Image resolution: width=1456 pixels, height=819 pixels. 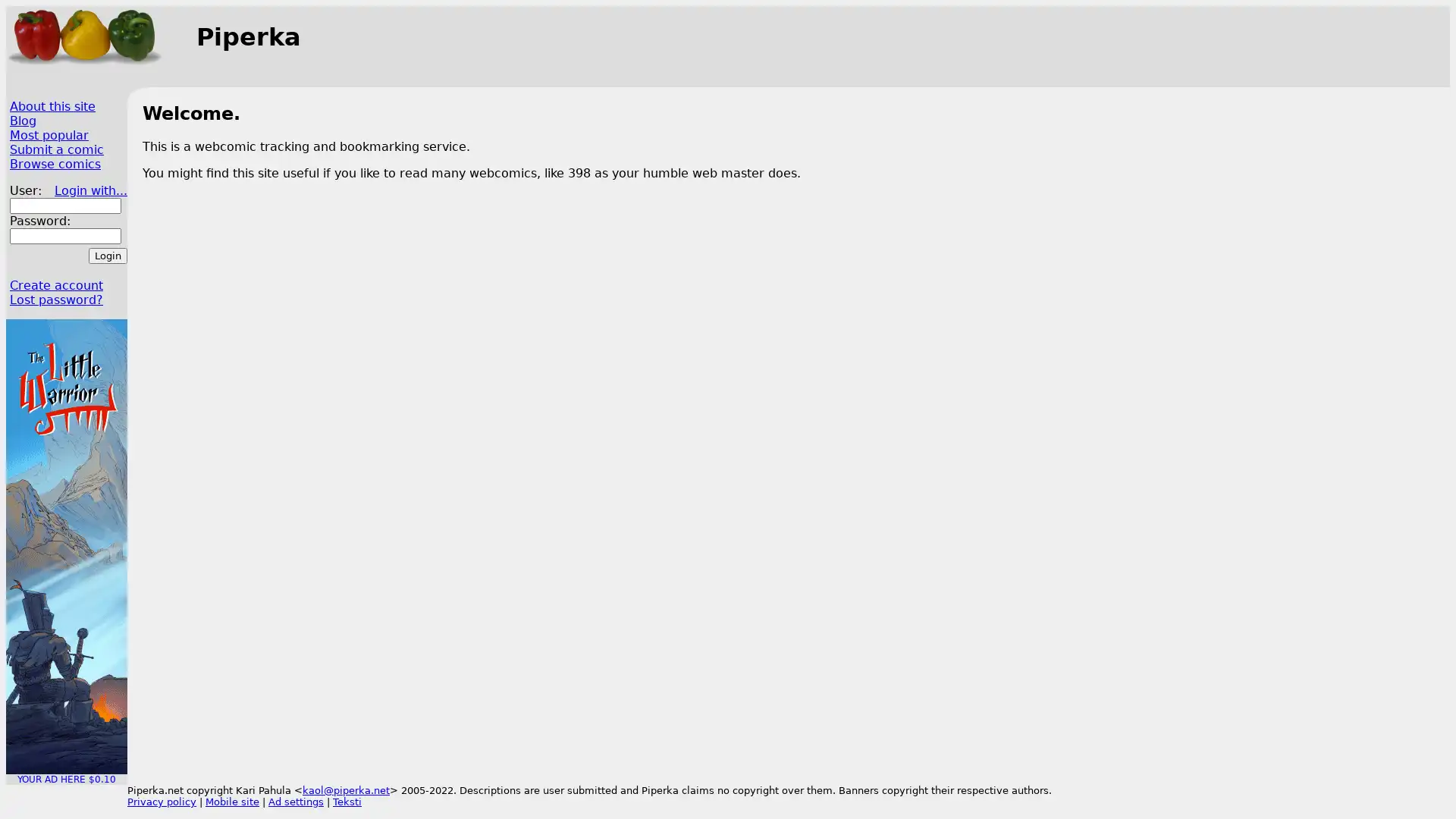 What do you see at coordinates (107, 255) in the screenshot?
I see `Login` at bounding box center [107, 255].